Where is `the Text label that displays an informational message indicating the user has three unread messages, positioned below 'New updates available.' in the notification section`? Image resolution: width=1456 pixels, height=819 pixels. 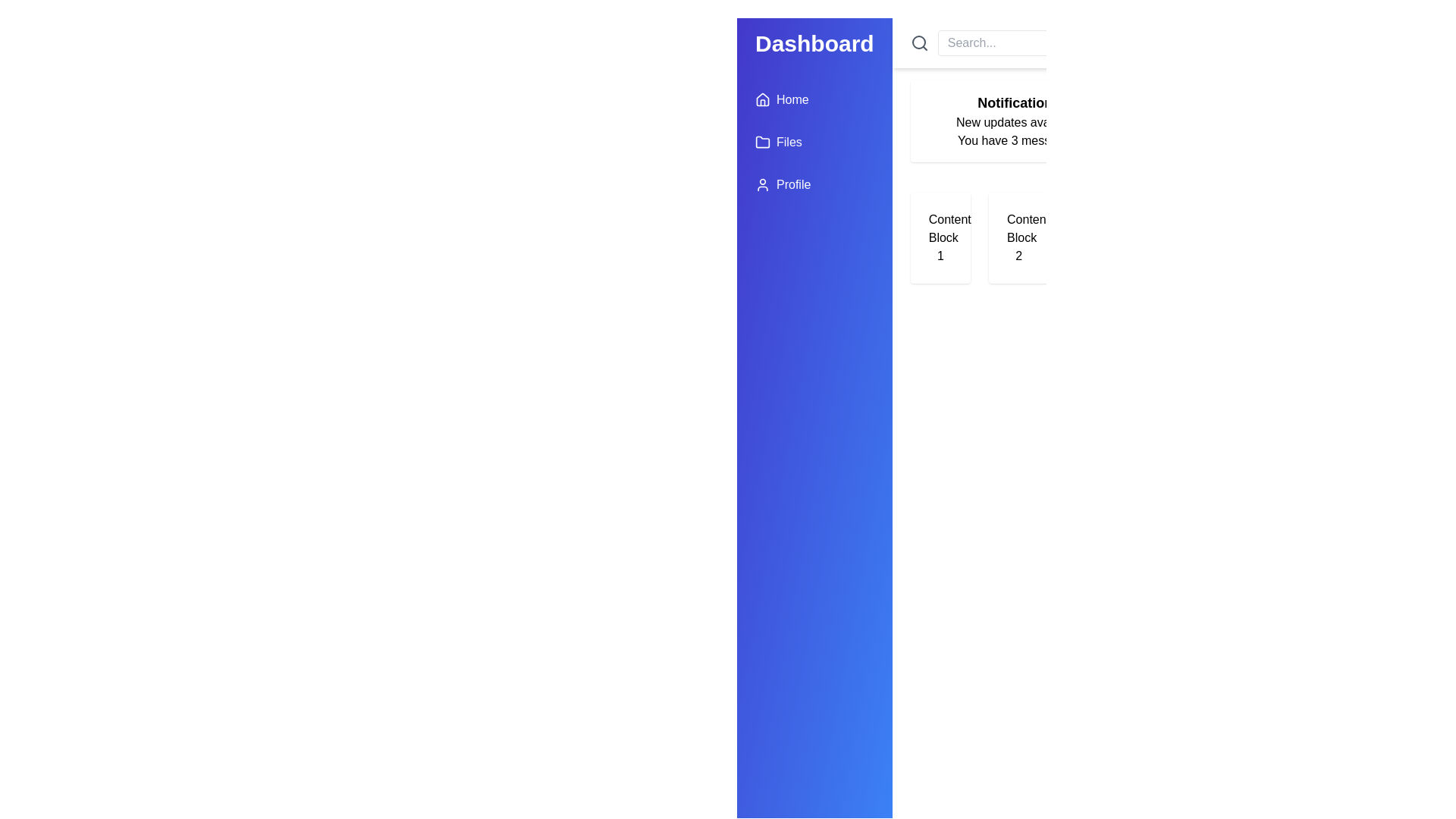 the Text label that displays an informational message indicating the user has three unread messages, positioned below 'New updates available.' in the notification section is located at coordinates (1018, 140).